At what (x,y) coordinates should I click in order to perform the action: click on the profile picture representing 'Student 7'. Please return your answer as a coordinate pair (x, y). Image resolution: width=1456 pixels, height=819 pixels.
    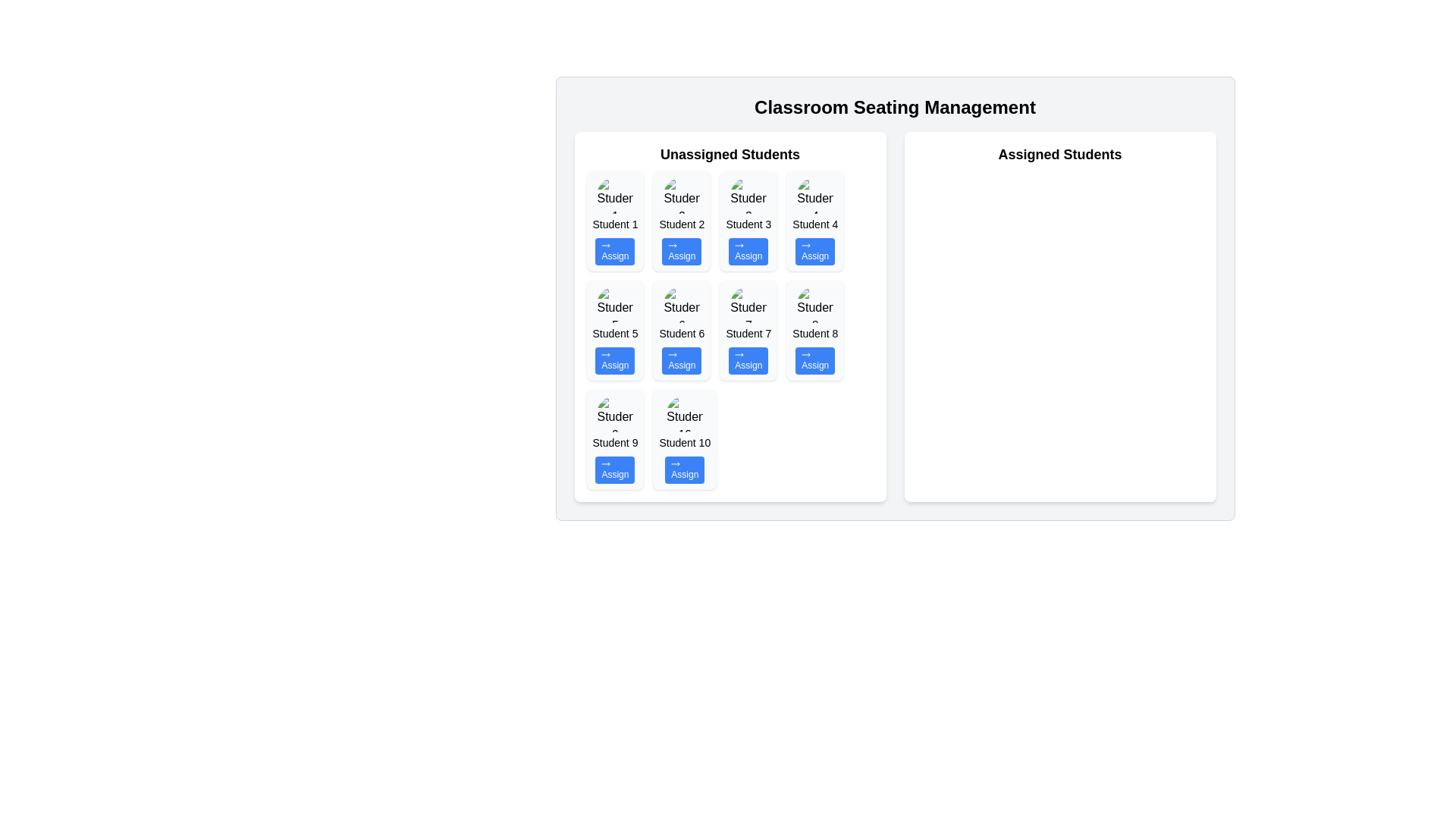
    Looking at the image, I should click on (748, 304).